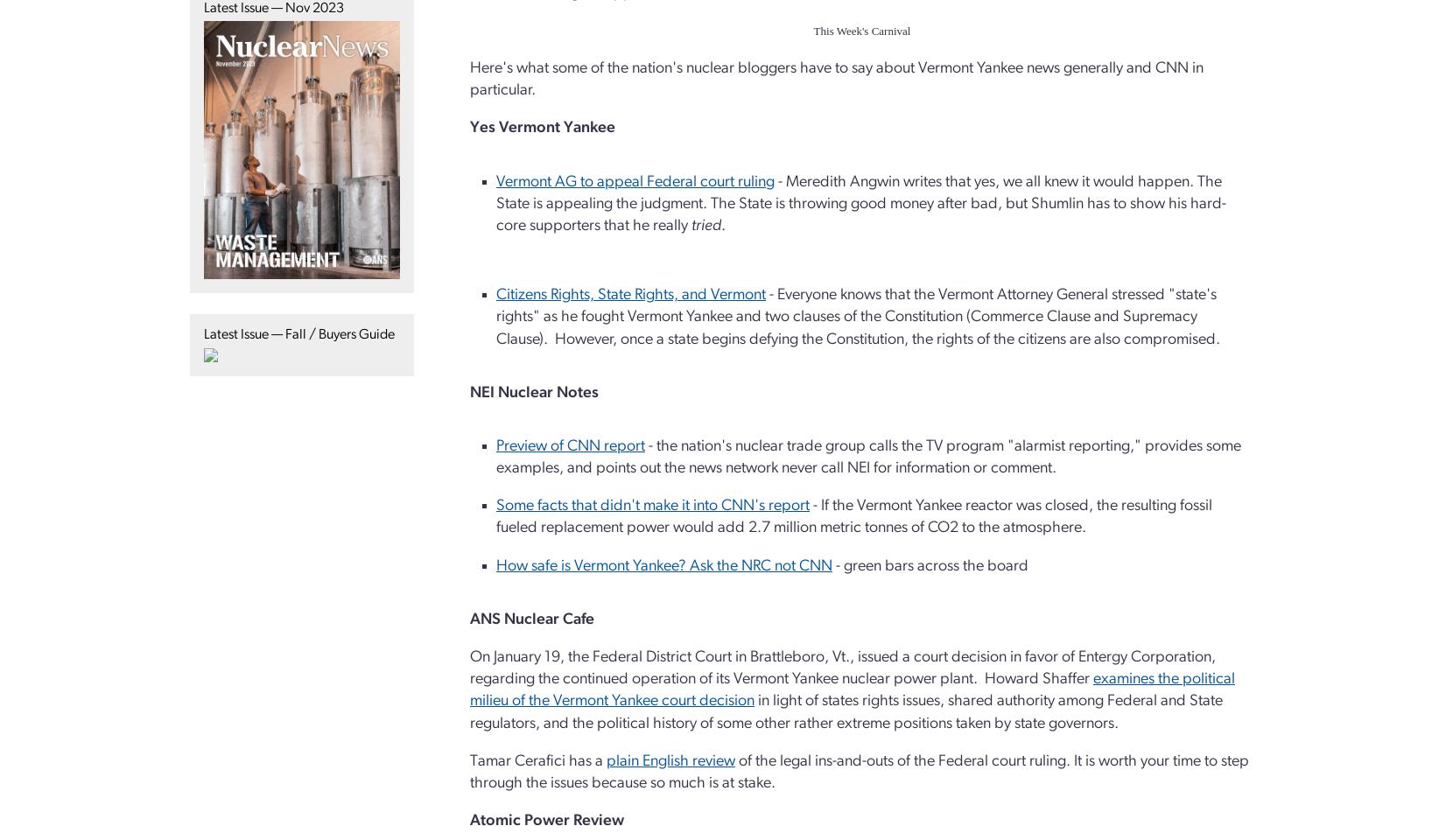 The width and height of the screenshot is (1453, 840). What do you see at coordinates (860, 770) in the screenshot?
I see `'of the legal ins-and-outs of the Federal court ruling. It is worth your time to step through the issues because so much is at stake.'` at bounding box center [860, 770].